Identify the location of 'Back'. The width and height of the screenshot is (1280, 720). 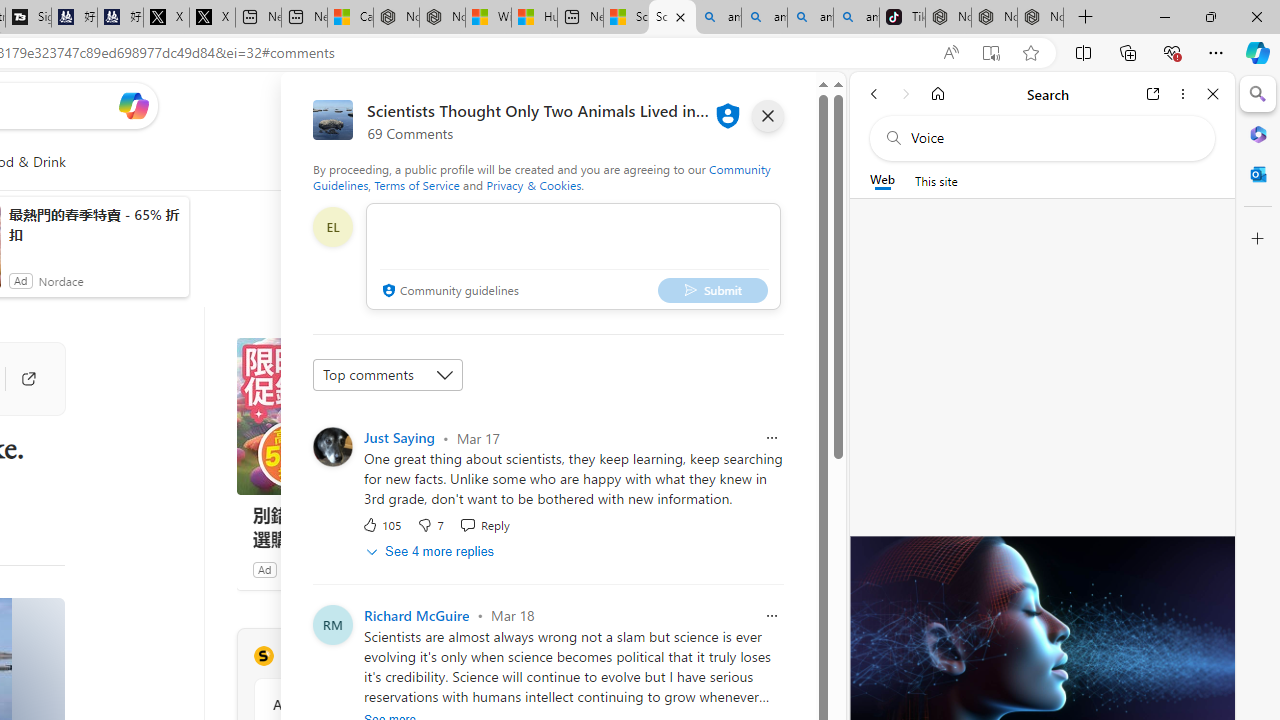
(874, 93).